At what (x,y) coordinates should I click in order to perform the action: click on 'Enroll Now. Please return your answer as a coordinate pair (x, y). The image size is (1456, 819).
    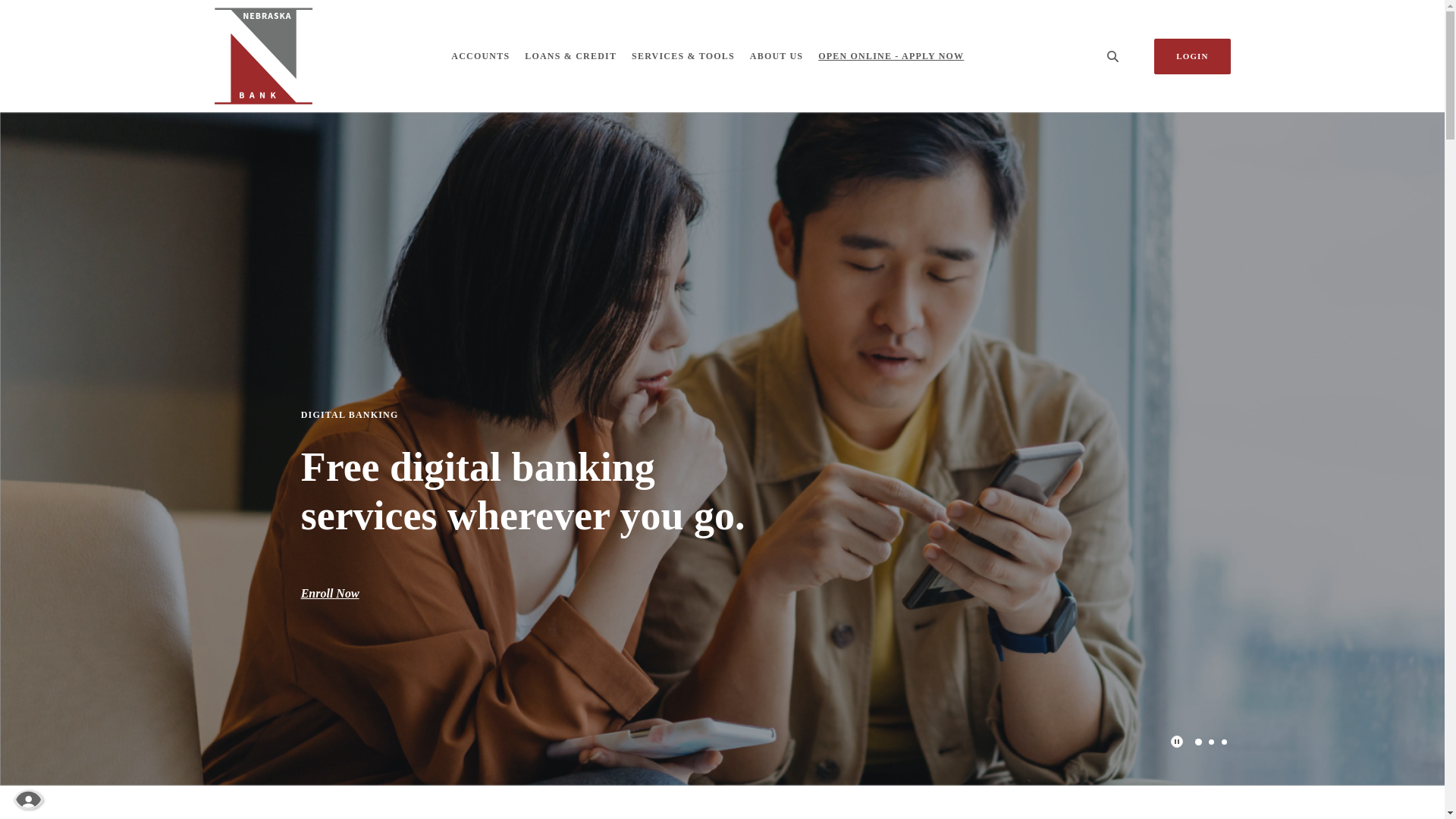
    Looking at the image, I should click on (329, 592).